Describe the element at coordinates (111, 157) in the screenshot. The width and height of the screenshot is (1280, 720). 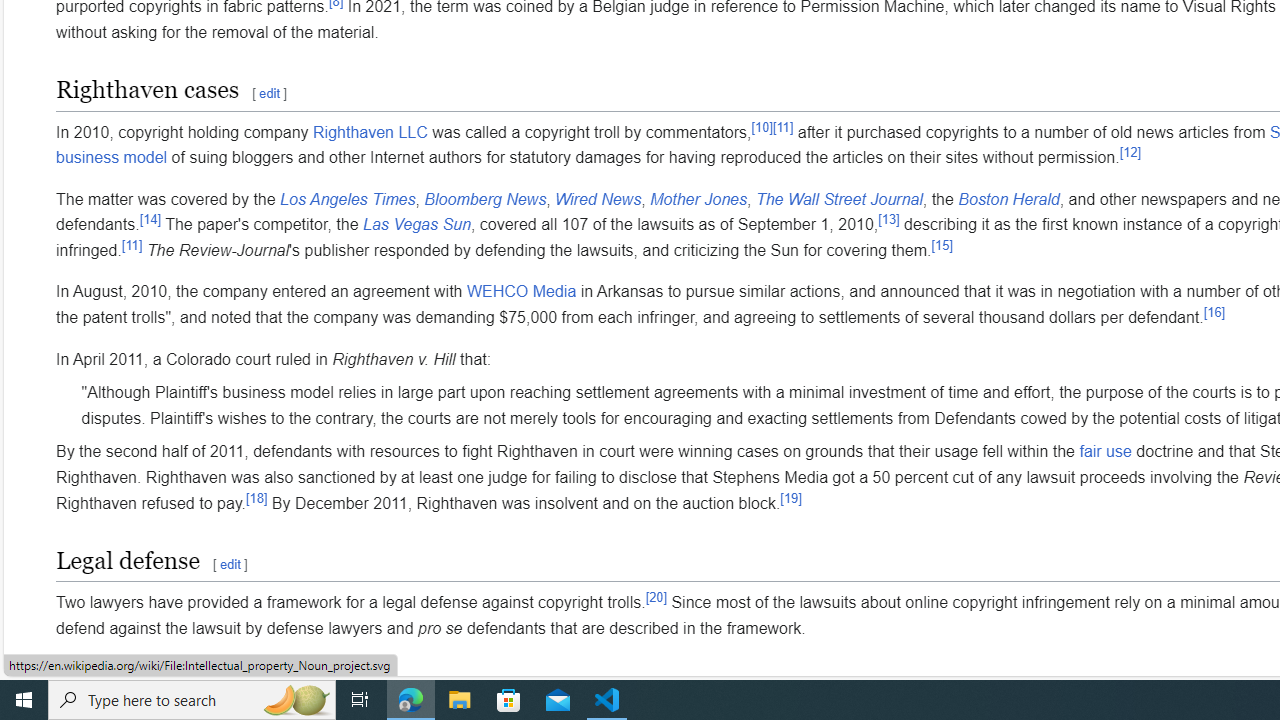
I see `'business model'` at that location.